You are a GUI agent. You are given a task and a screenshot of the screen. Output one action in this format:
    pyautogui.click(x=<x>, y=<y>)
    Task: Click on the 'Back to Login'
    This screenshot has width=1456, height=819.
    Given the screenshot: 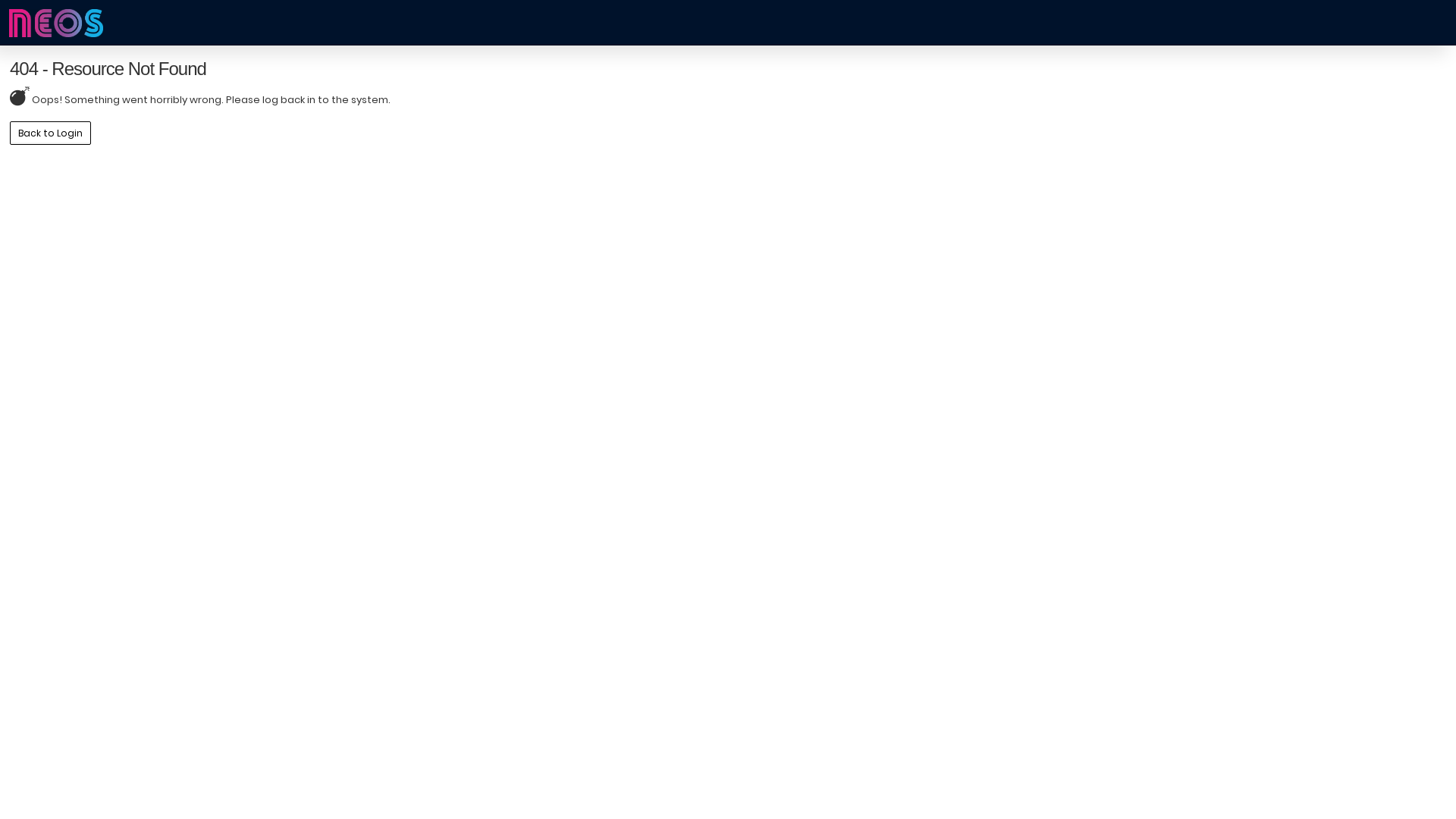 What is the action you would take?
    pyautogui.click(x=50, y=131)
    